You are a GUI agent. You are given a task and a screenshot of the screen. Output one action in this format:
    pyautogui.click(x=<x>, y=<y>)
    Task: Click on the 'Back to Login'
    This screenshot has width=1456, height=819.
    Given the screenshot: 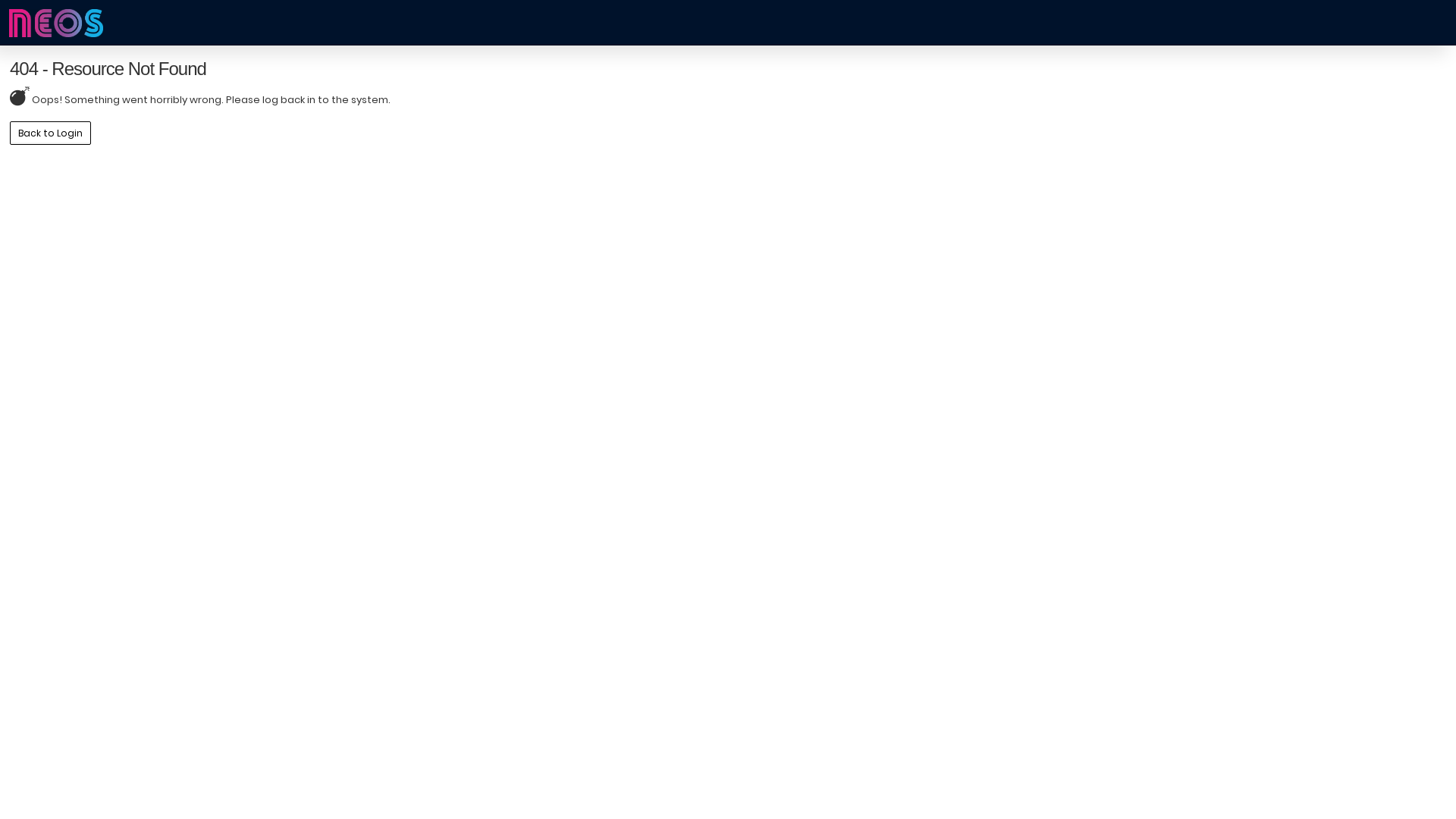 What is the action you would take?
    pyautogui.click(x=50, y=131)
    